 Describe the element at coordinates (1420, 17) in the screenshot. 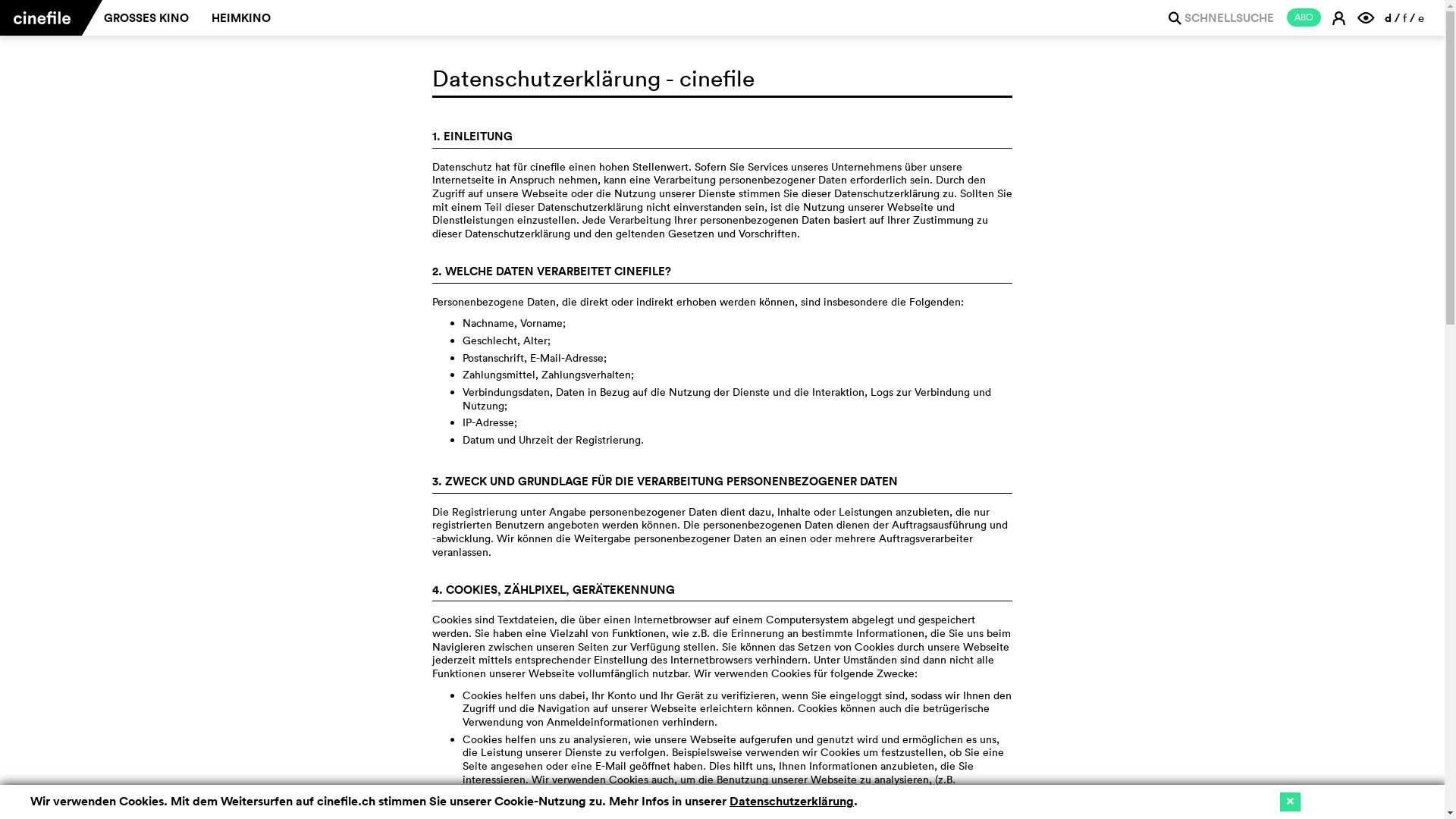

I see `'e'` at that location.